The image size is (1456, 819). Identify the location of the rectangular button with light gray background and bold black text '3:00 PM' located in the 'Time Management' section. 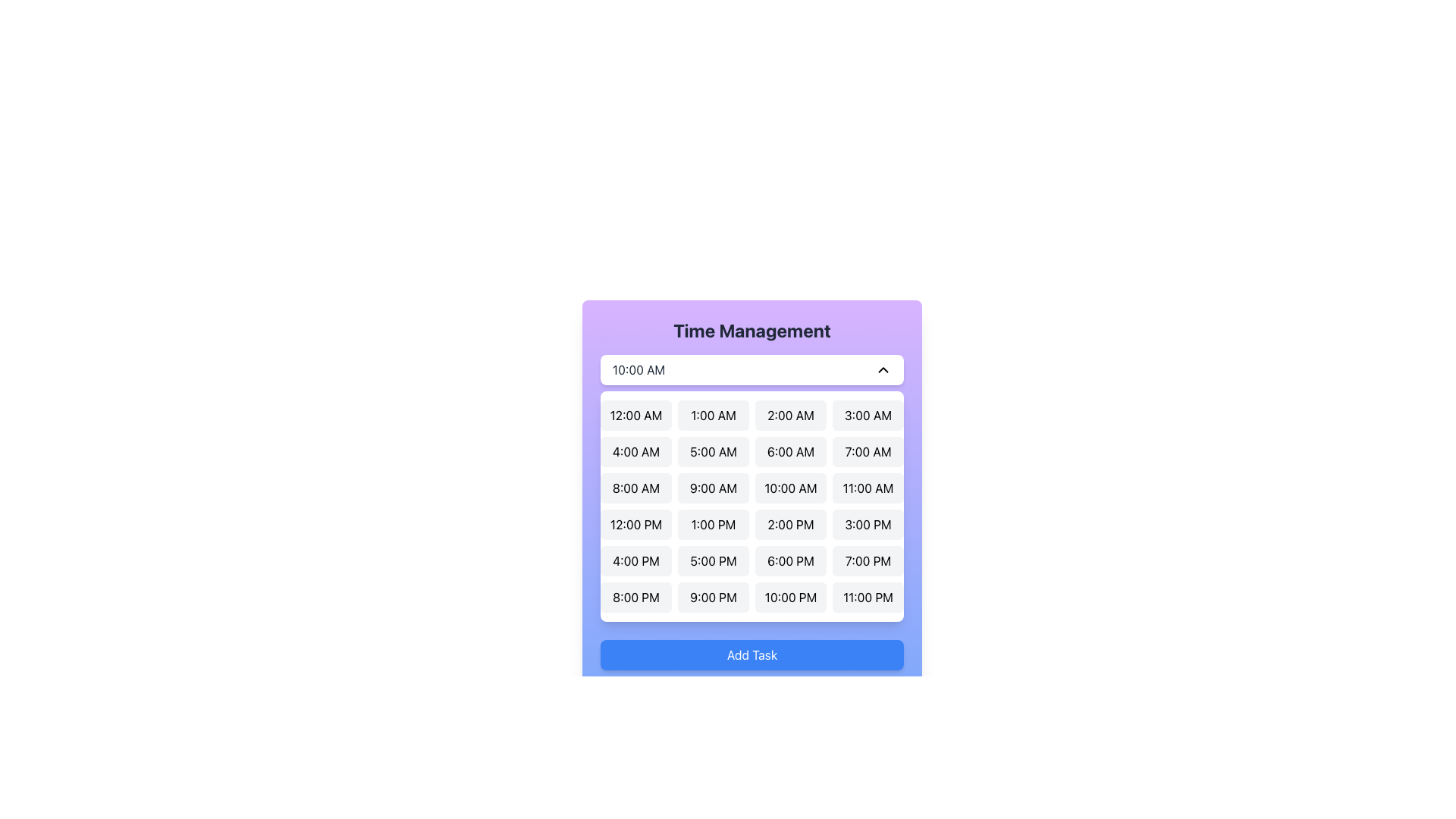
(868, 523).